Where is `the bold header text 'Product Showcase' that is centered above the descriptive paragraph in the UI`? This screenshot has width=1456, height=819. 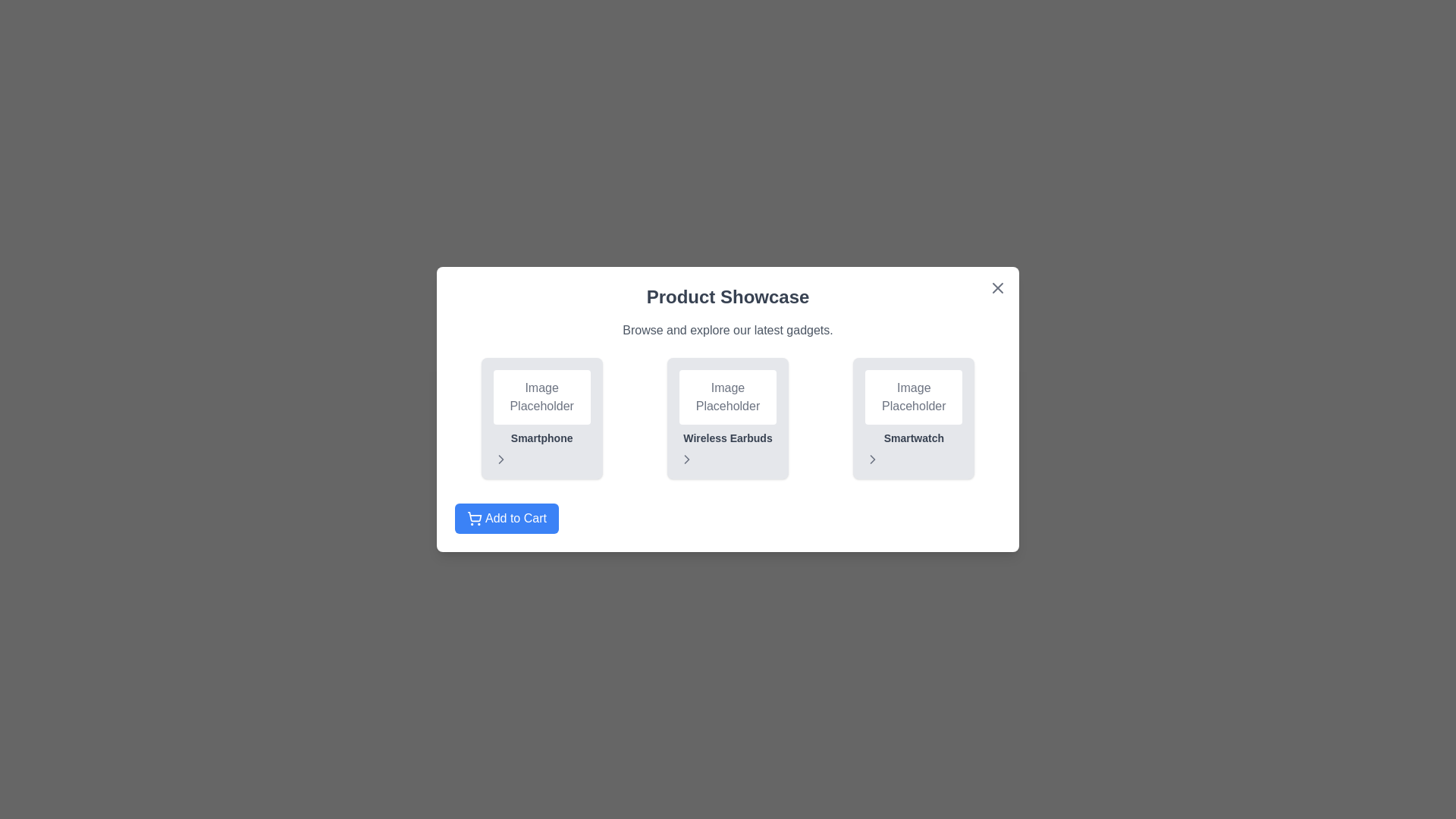
the bold header text 'Product Showcase' that is centered above the descriptive paragraph in the UI is located at coordinates (728, 297).